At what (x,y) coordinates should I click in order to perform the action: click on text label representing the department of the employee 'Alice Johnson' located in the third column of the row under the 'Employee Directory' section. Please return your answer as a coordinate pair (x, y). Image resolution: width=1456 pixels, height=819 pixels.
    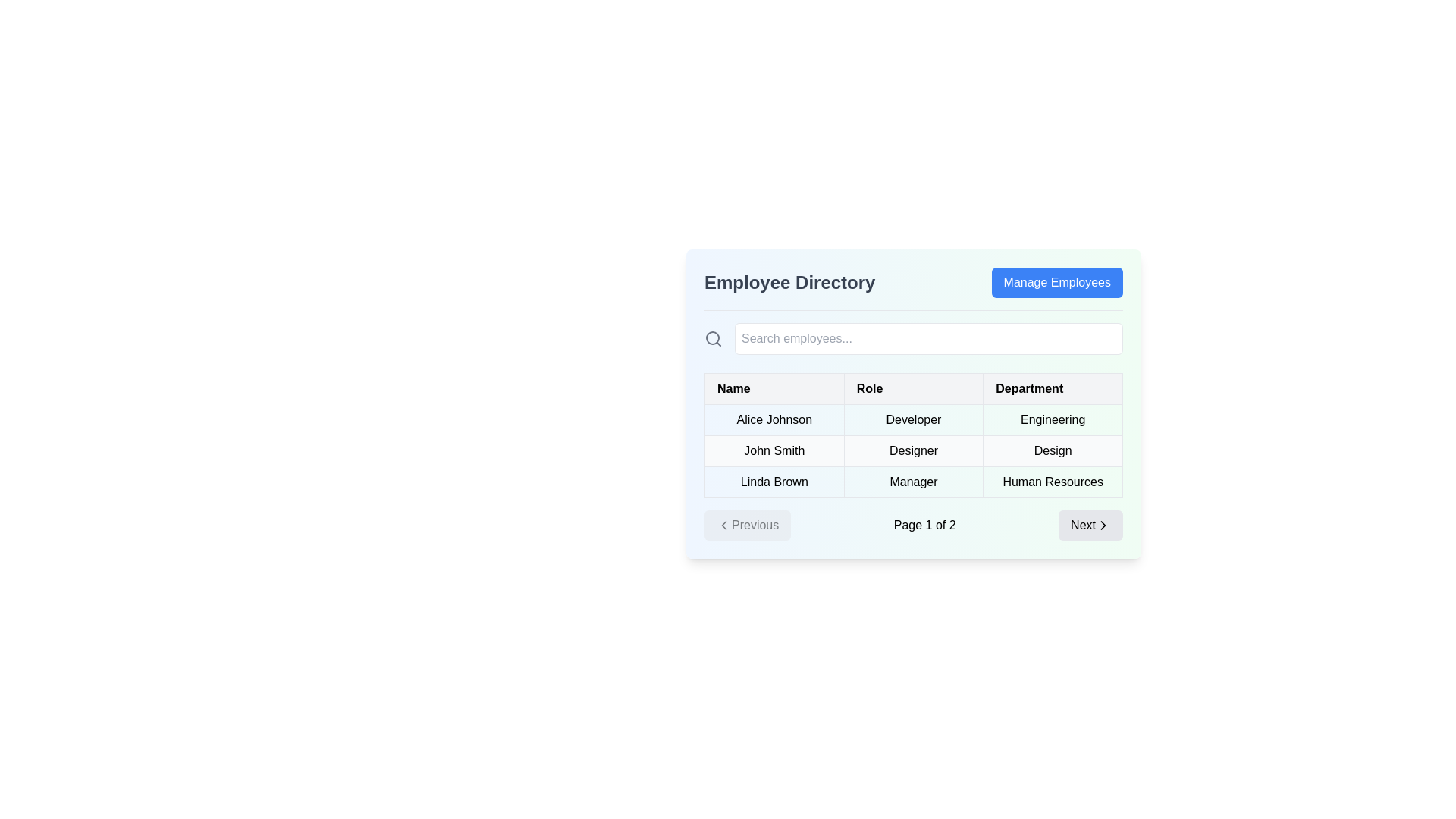
    Looking at the image, I should click on (1052, 420).